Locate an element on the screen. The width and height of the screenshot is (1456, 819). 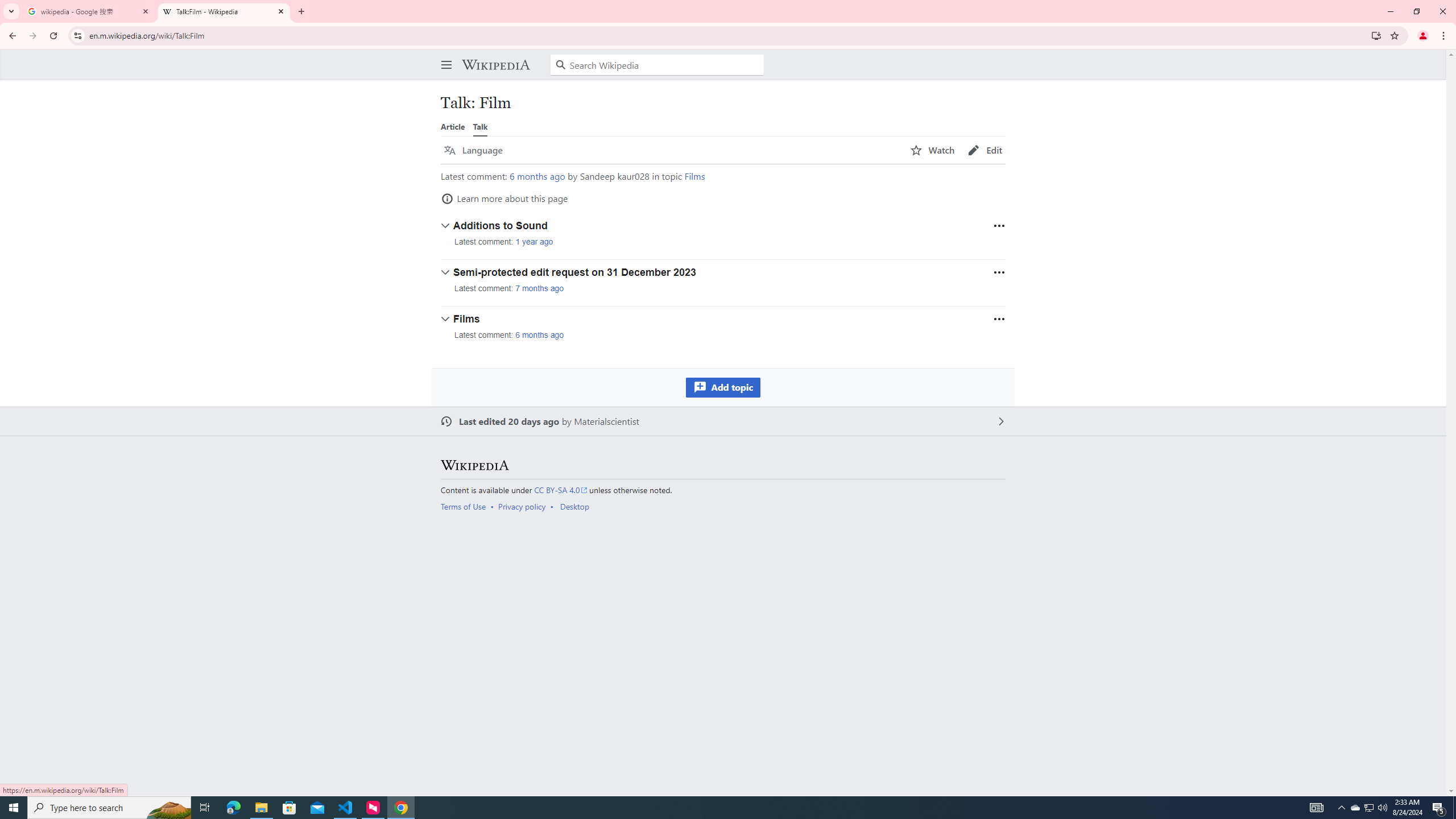
'Last edited 20 days ago by Materialscientist' is located at coordinates (723, 421).